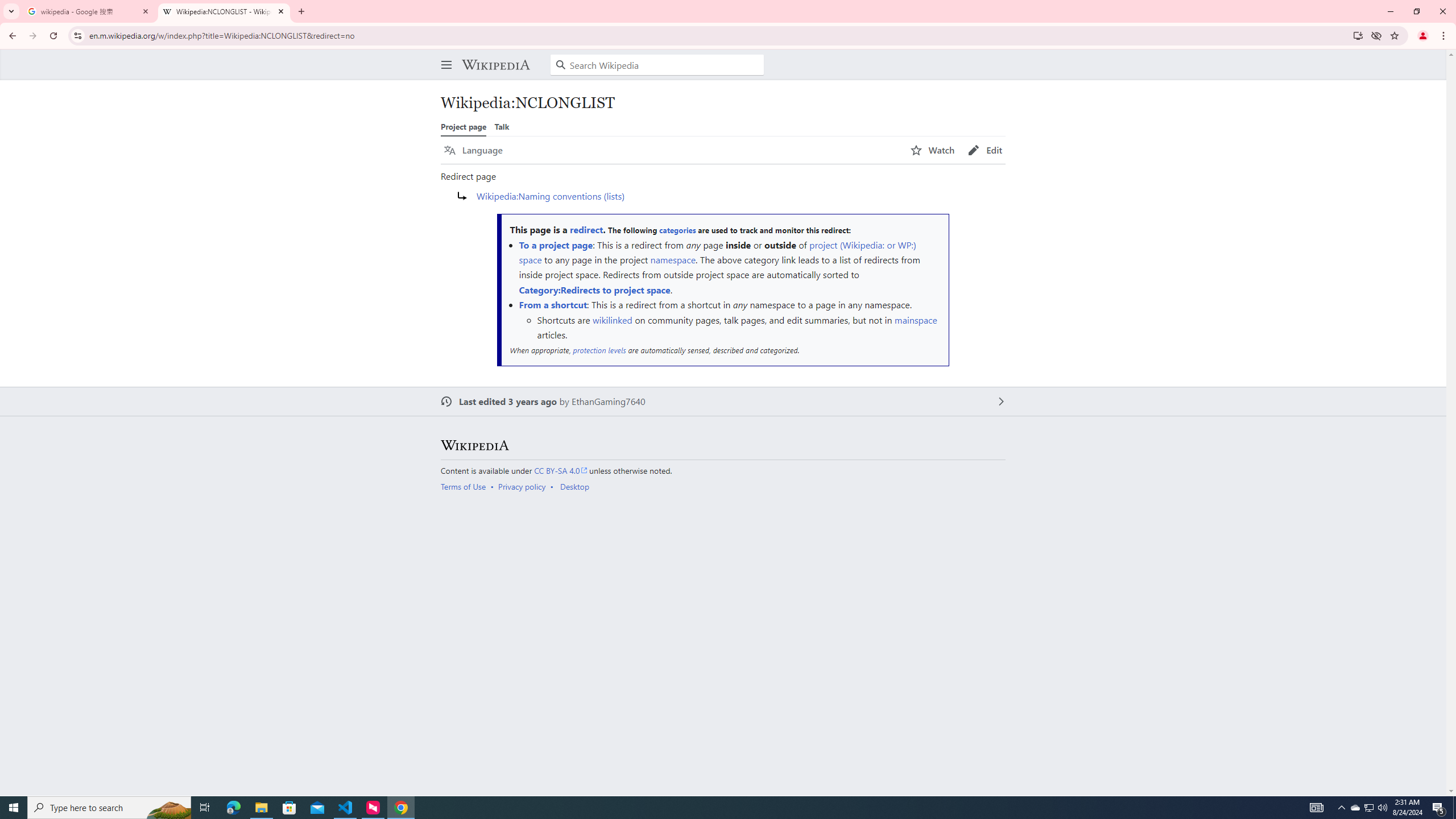 This screenshot has height=819, width=1456. What do you see at coordinates (656, 65) in the screenshot?
I see `'Search Wikipedia'` at bounding box center [656, 65].